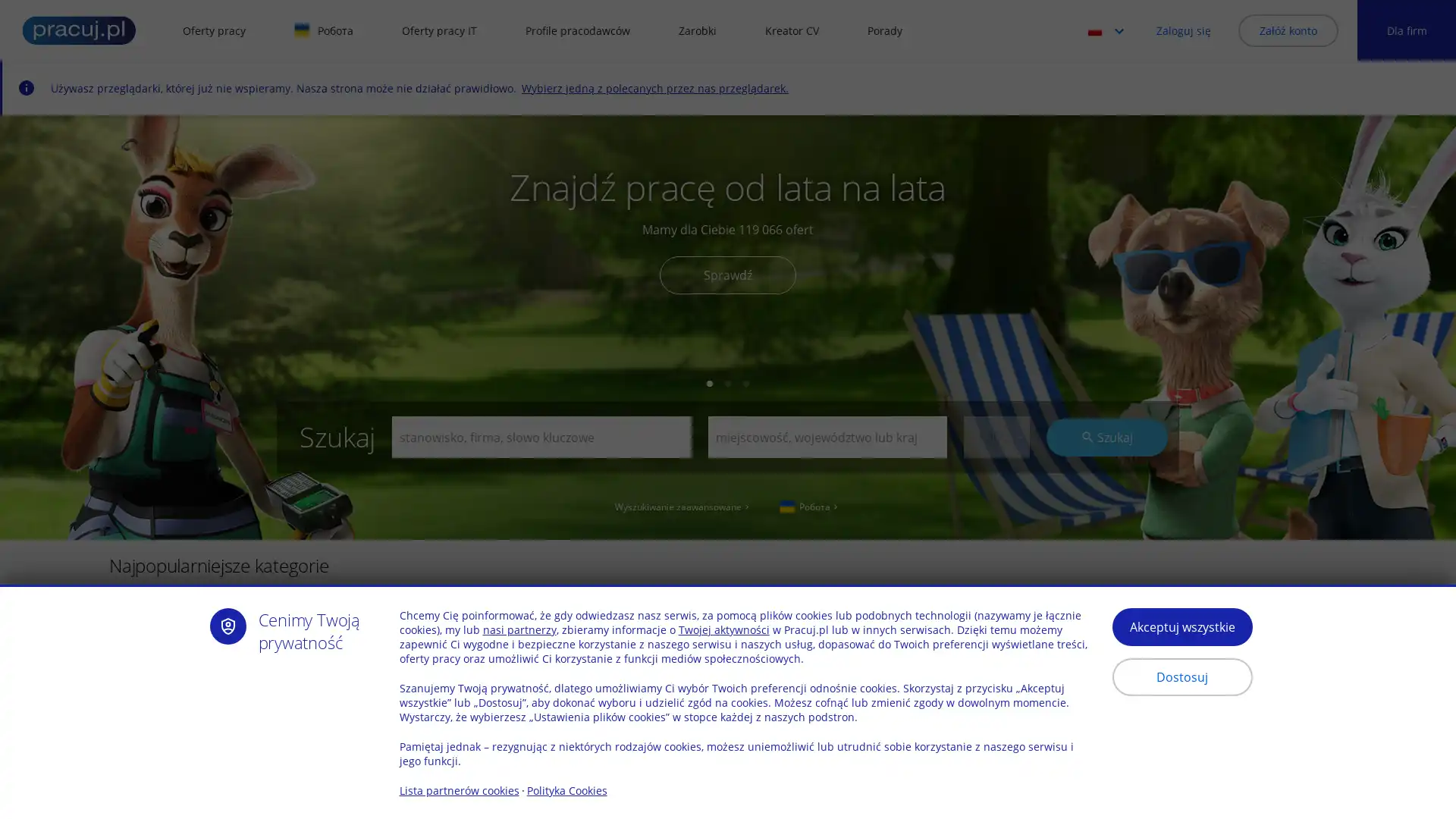 The width and height of the screenshot is (1456, 819). I want to click on Dostosuj, so click(1181, 676).